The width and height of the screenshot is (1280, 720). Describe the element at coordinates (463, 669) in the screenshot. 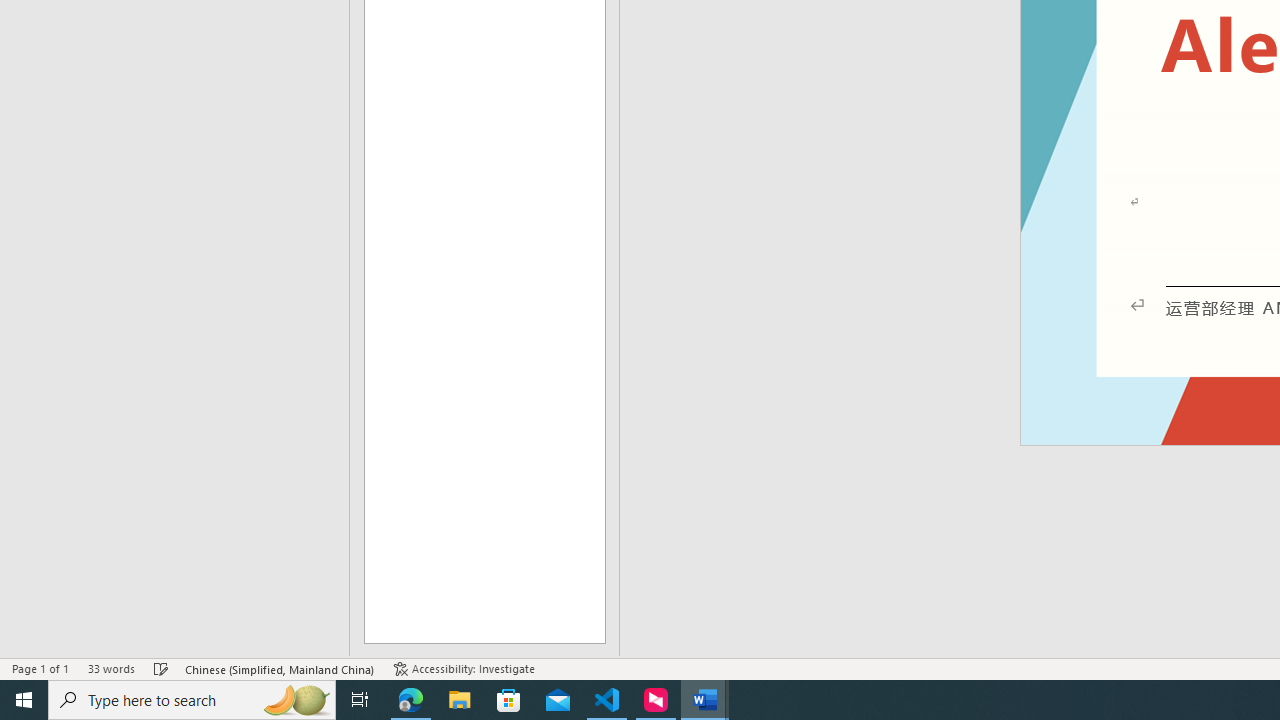

I see `'Accessibility Checker Accessibility: Investigate'` at that location.